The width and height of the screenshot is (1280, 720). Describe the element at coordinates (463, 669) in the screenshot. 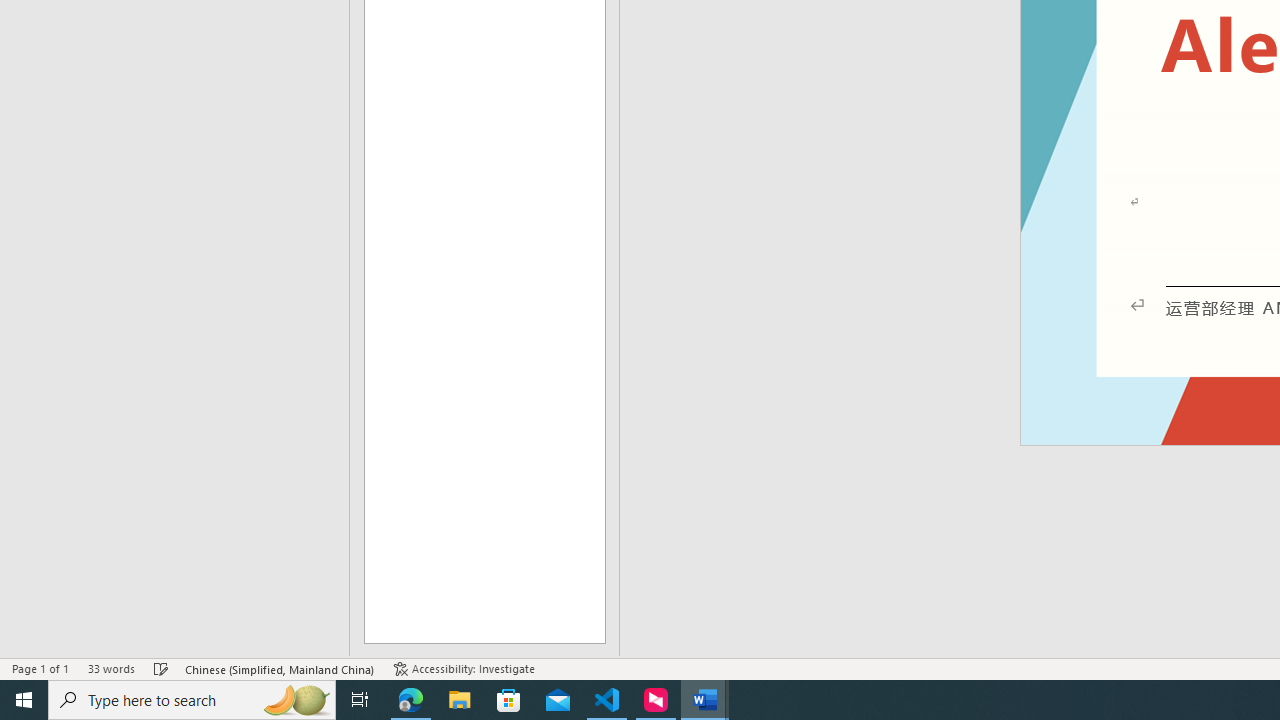

I see `'Accessibility Checker Accessibility: Investigate'` at that location.